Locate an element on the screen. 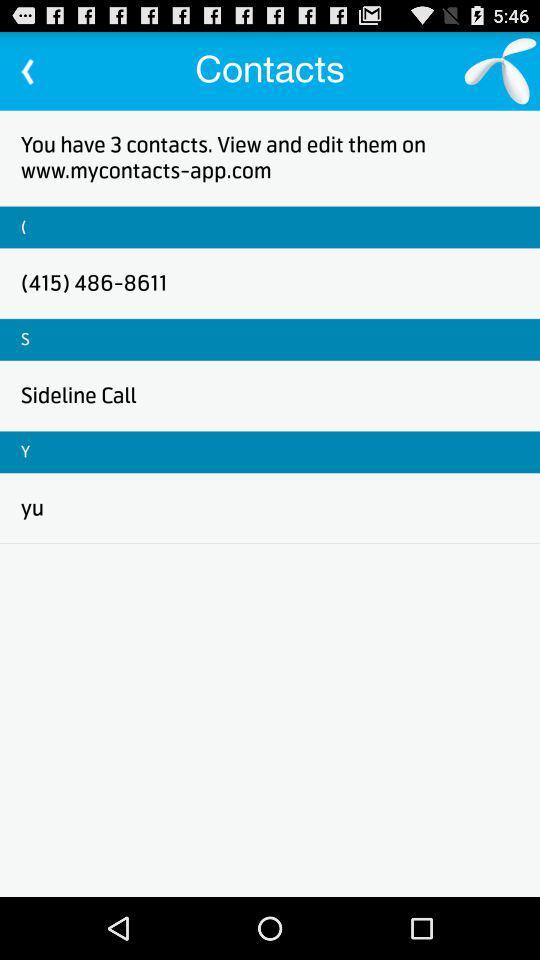 The image size is (540, 960). icon below (415) 486-8611 icon is located at coordinates (24, 339).